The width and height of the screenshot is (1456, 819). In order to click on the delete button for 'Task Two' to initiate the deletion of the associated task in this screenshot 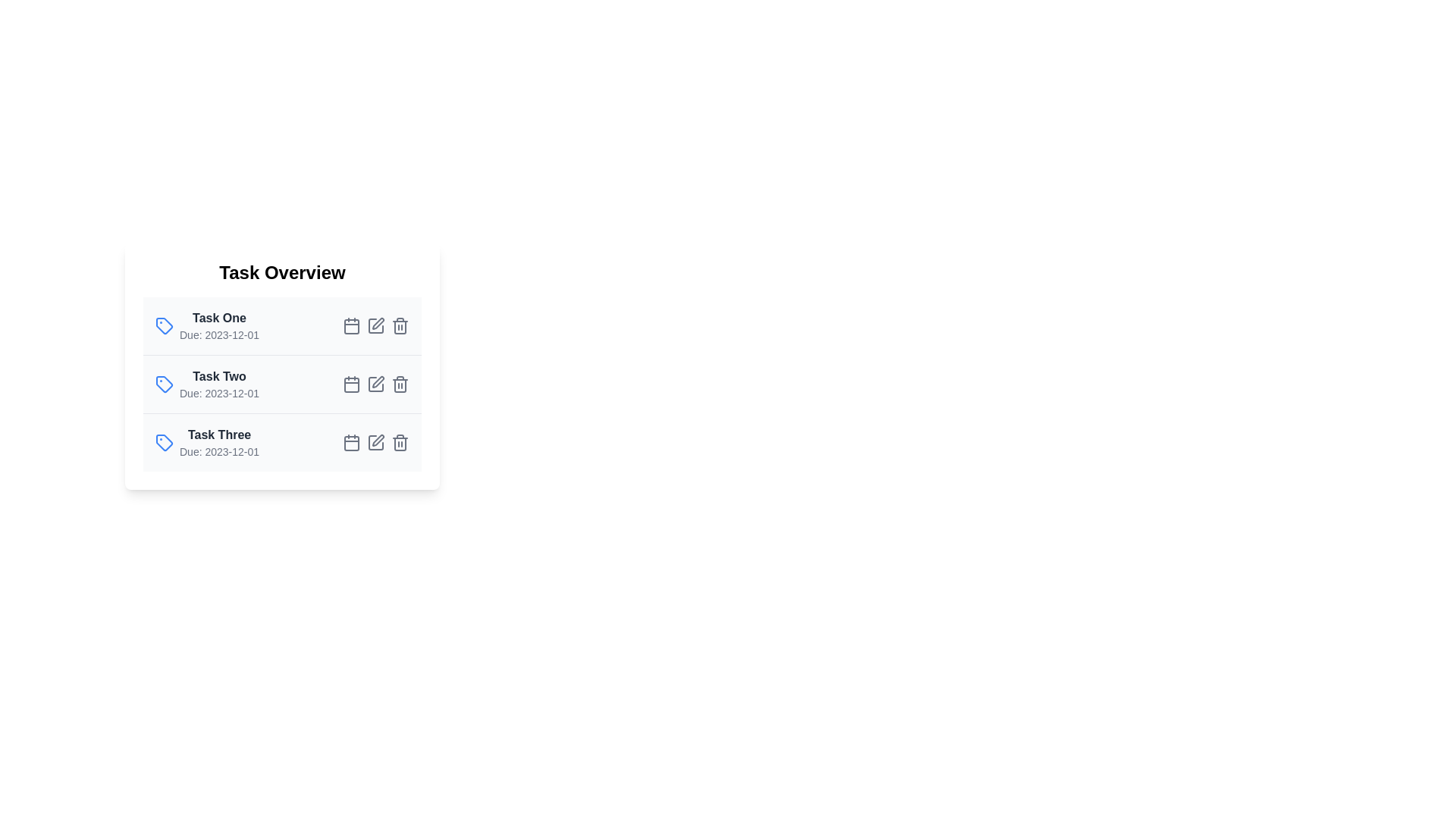, I will do `click(400, 383)`.